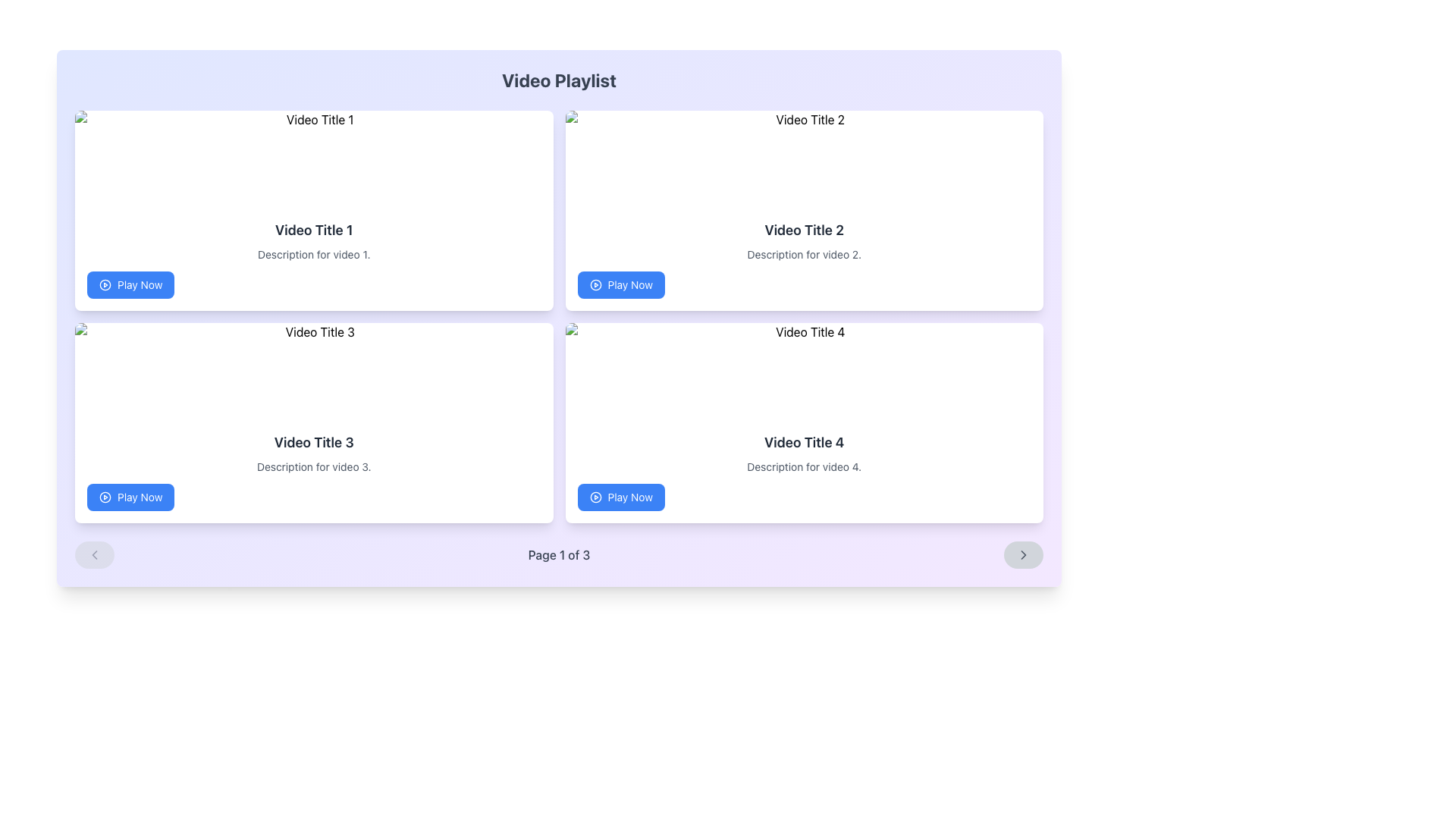 The width and height of the screenshot is (1456, 819). Describe the element at coordinates (313, 158) in the screenshot. I see `the image labeled 'Video 1' at the top of the card to possibly see a tooltip` at that location.